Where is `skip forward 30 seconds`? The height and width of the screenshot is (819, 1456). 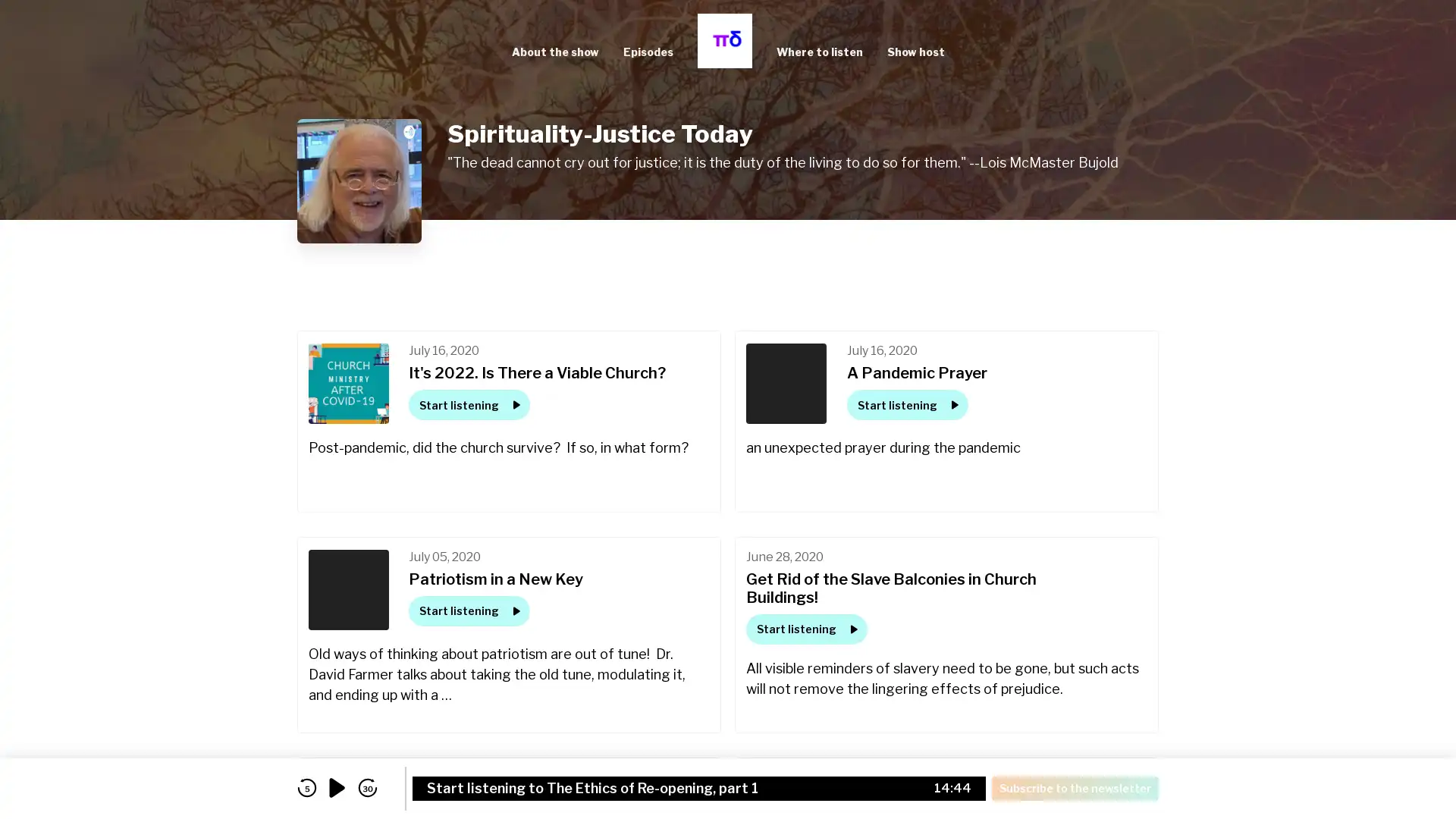
skip forward 30 seconds is located at coordinates (367, 787).